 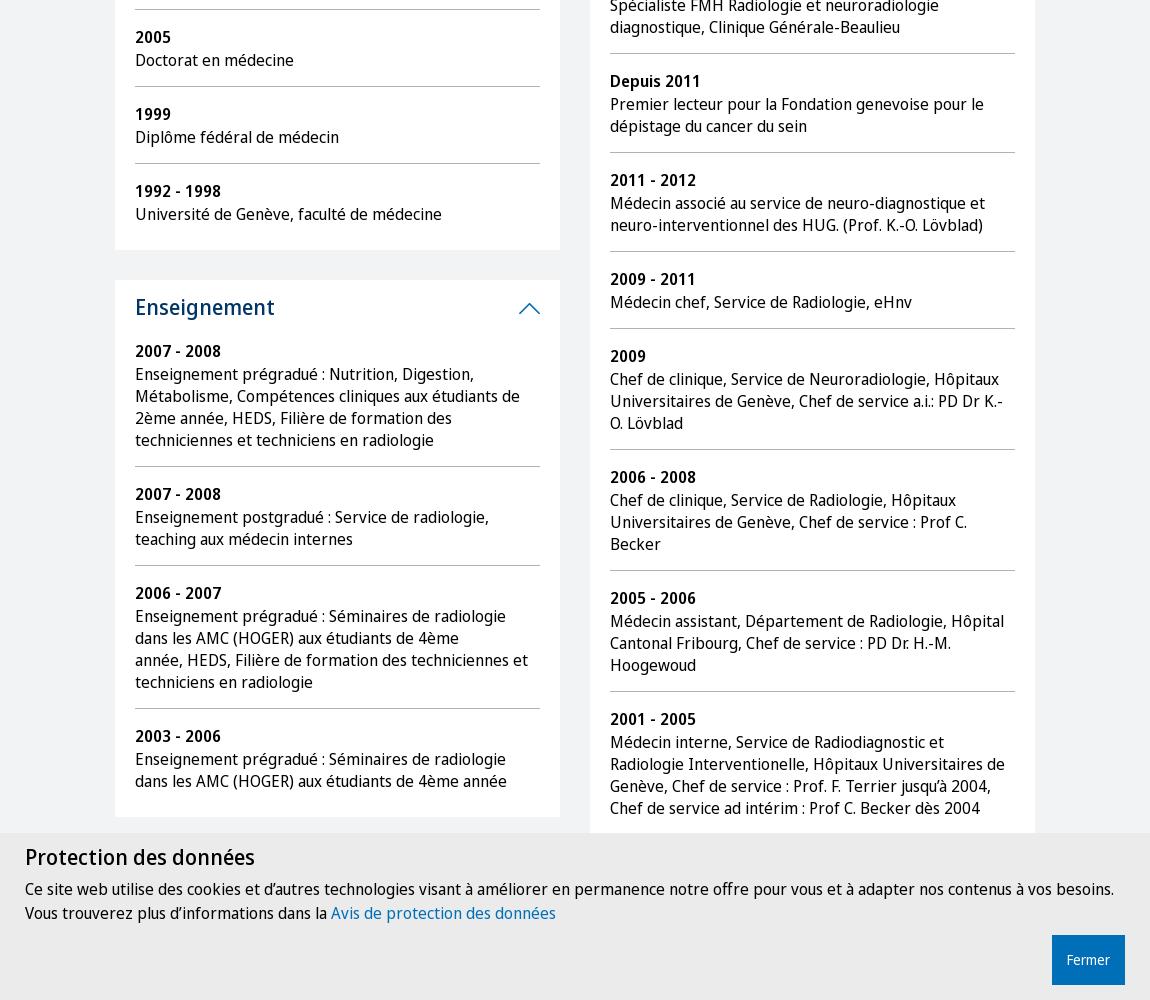 I want to click on 'Médecin assistant, Département de Radiologie, Hôpital Cantonal Fribourg, Chef de service : PD Dr. H.-M. Hoogewoud', so click(x=805, y=643).